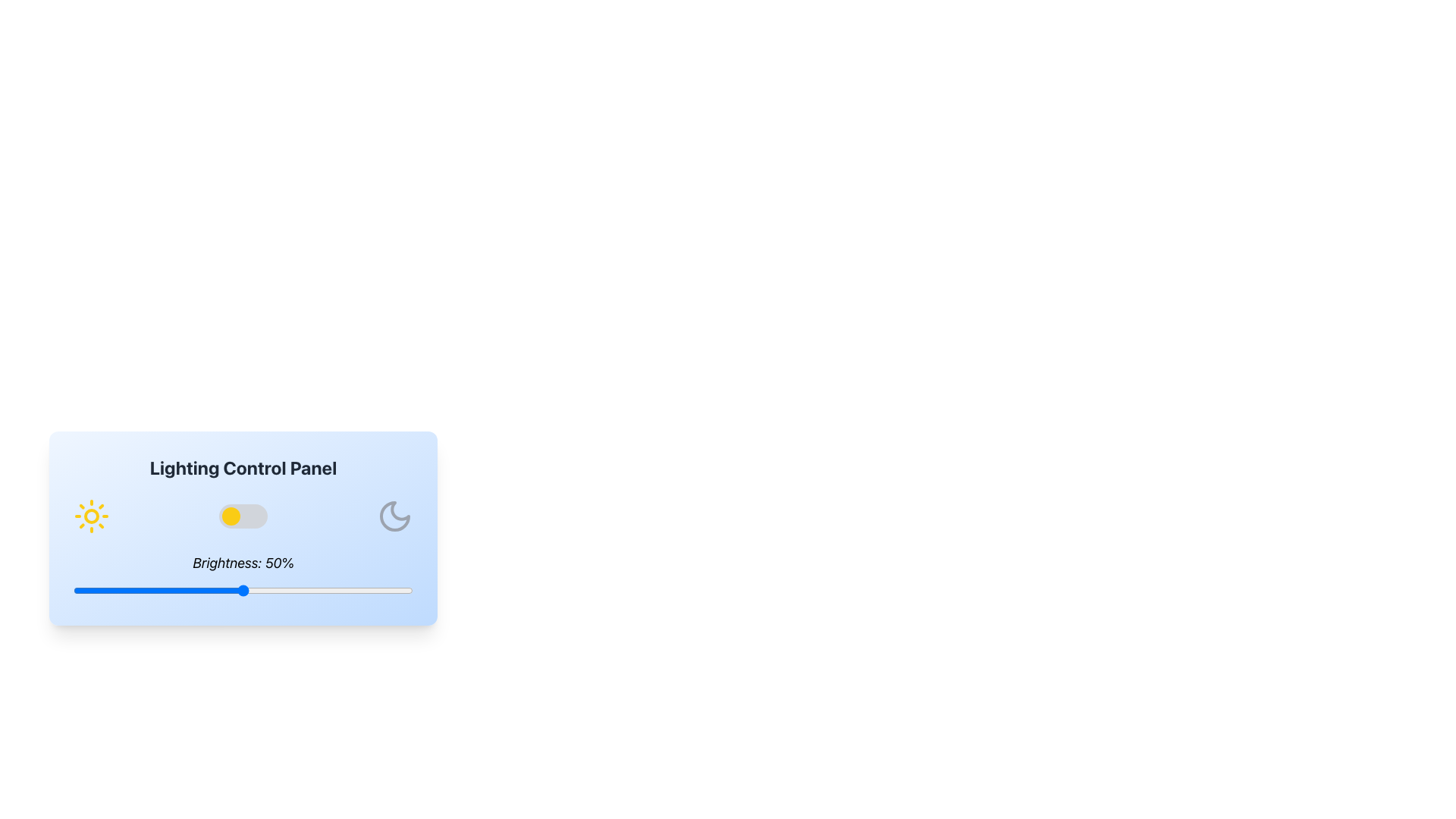 This screenshot has height=819, width=1456. What do you see at coordinates (301, 590) in the screenshot?
I see `the brightness level` at bounding box center [301, 590].